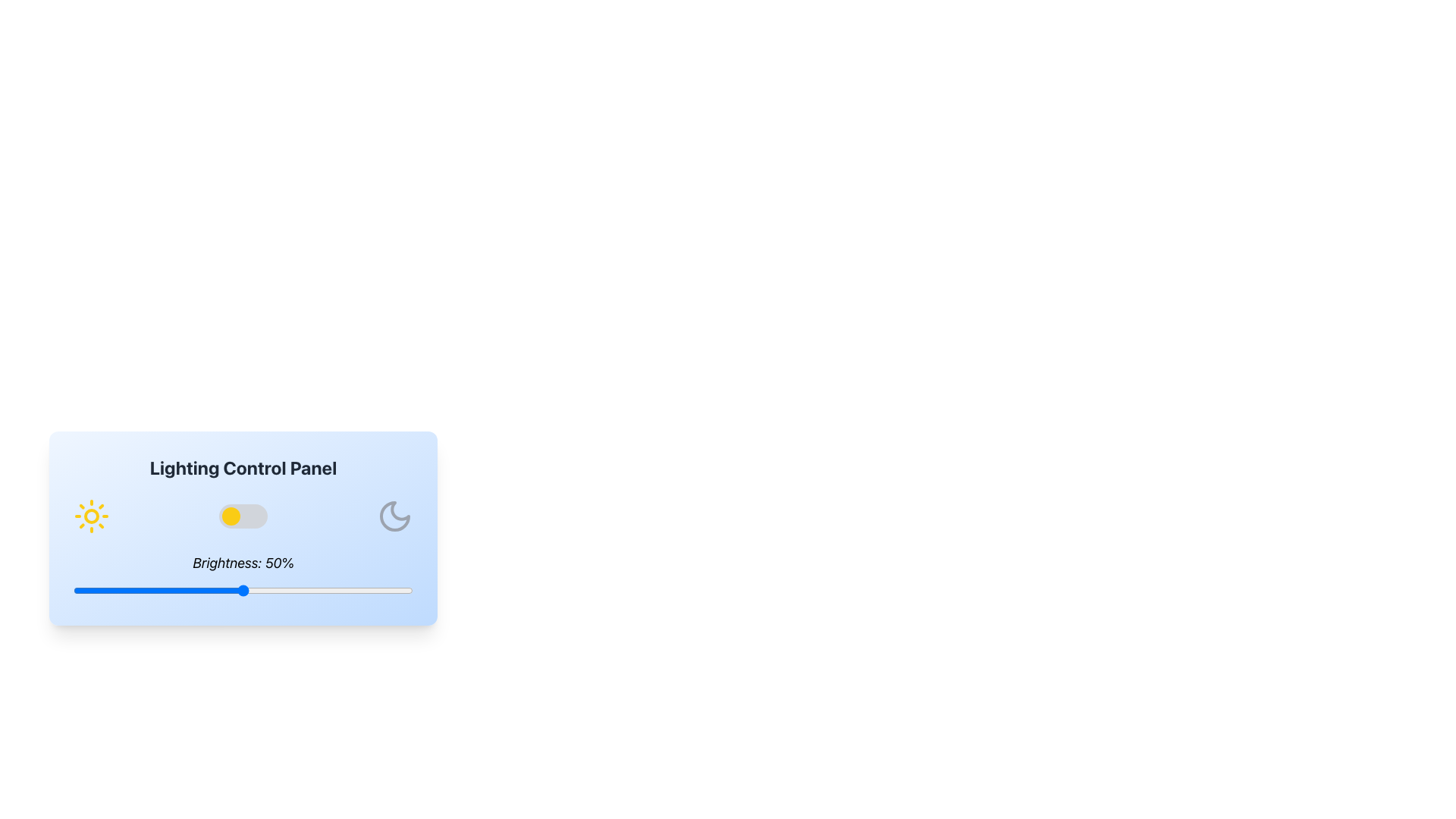 This screenshot has height=819, width=1456. What do you see at coordinates (301, 590) in the screenshot?
I see `the brightness level` at bounding box center [301, 590].